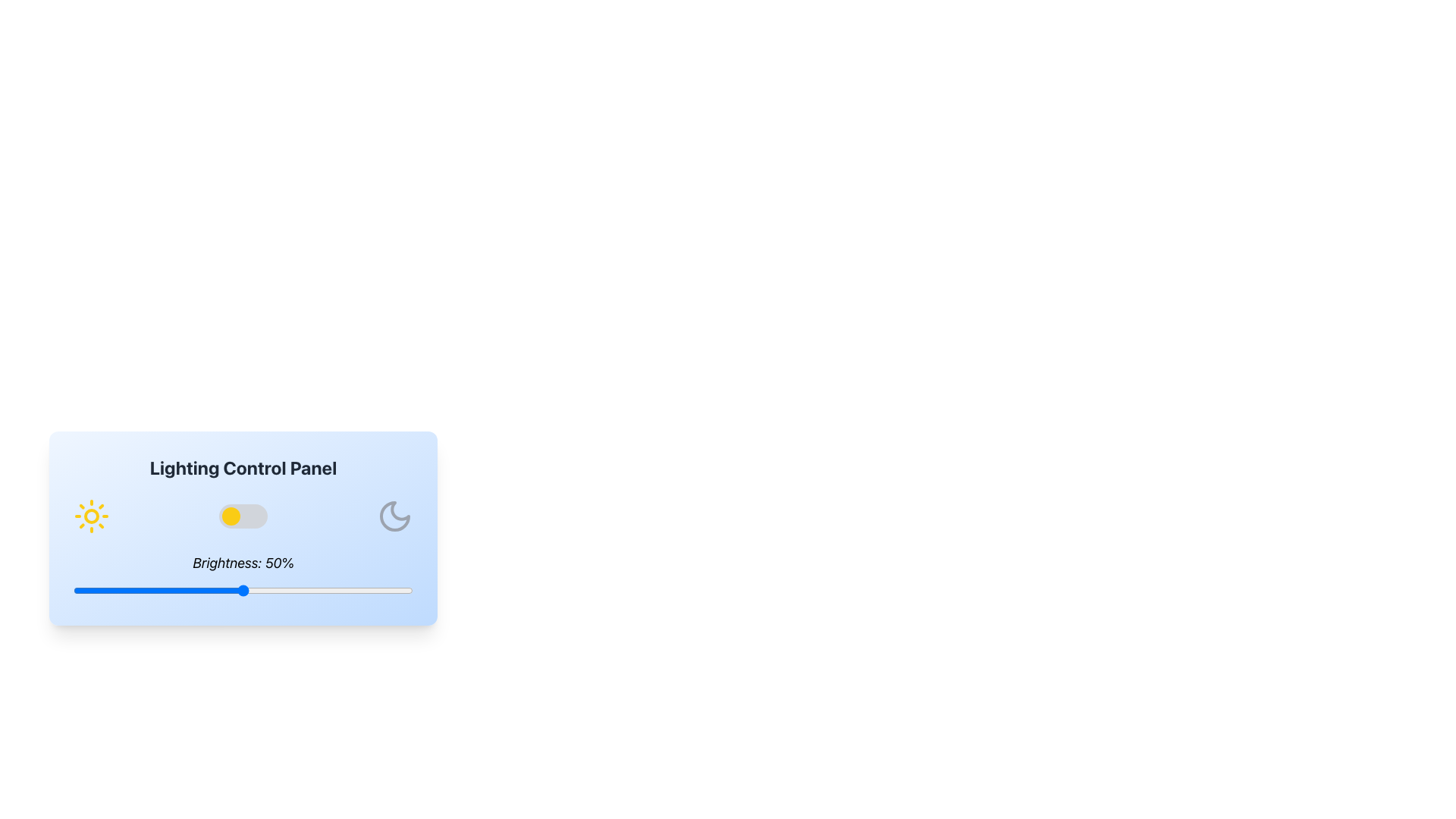 This screenshot has height=819, width=1456. What do you see at coordinates (301, 590) in the screenshot?
I see `the brightness level` at bounding box center [301, 590].